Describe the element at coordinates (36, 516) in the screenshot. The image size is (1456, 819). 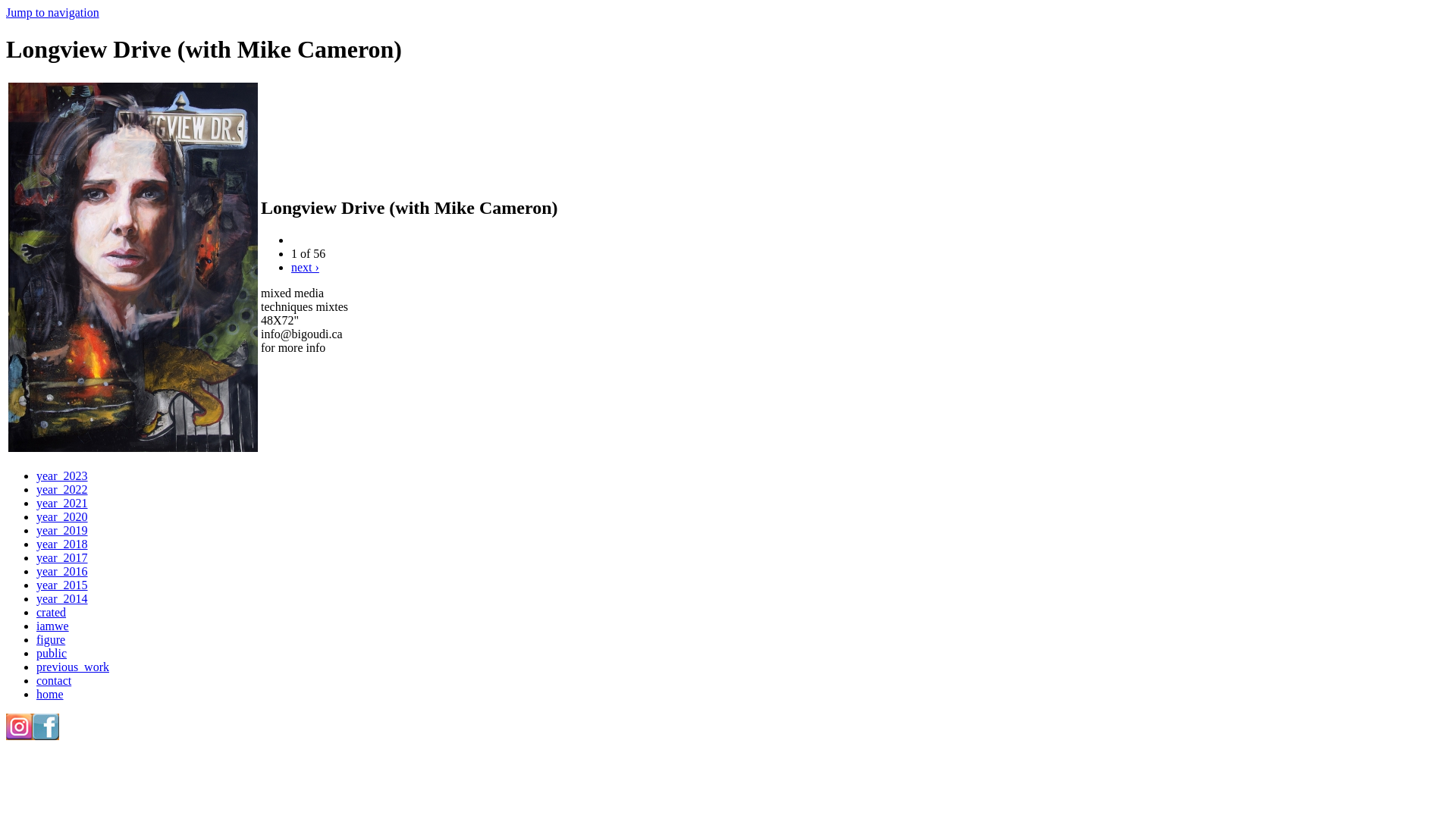
I see `'year_2020'` at that location.